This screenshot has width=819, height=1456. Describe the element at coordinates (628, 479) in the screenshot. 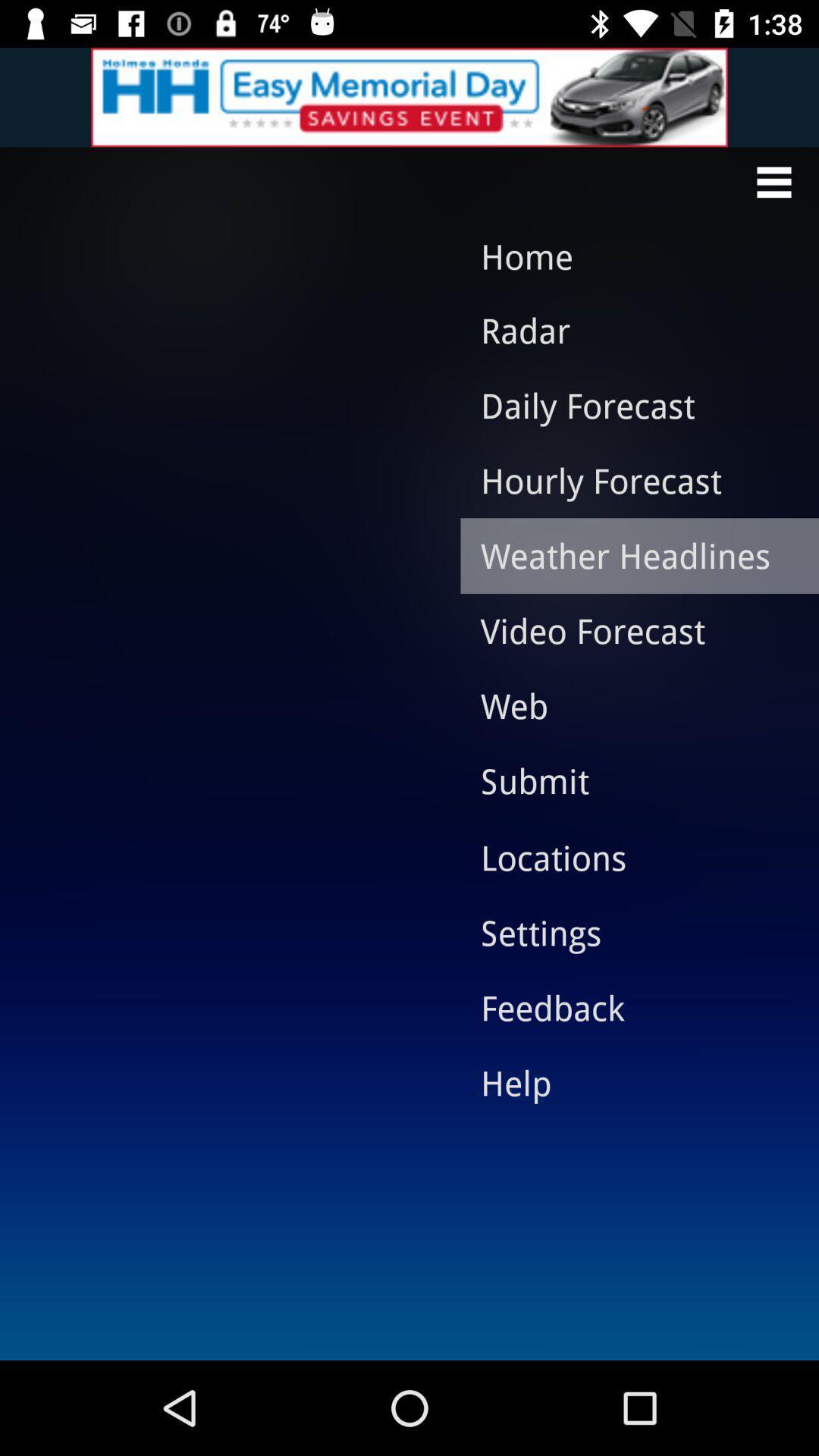

I see `the icon below the daily forecast` at that location.